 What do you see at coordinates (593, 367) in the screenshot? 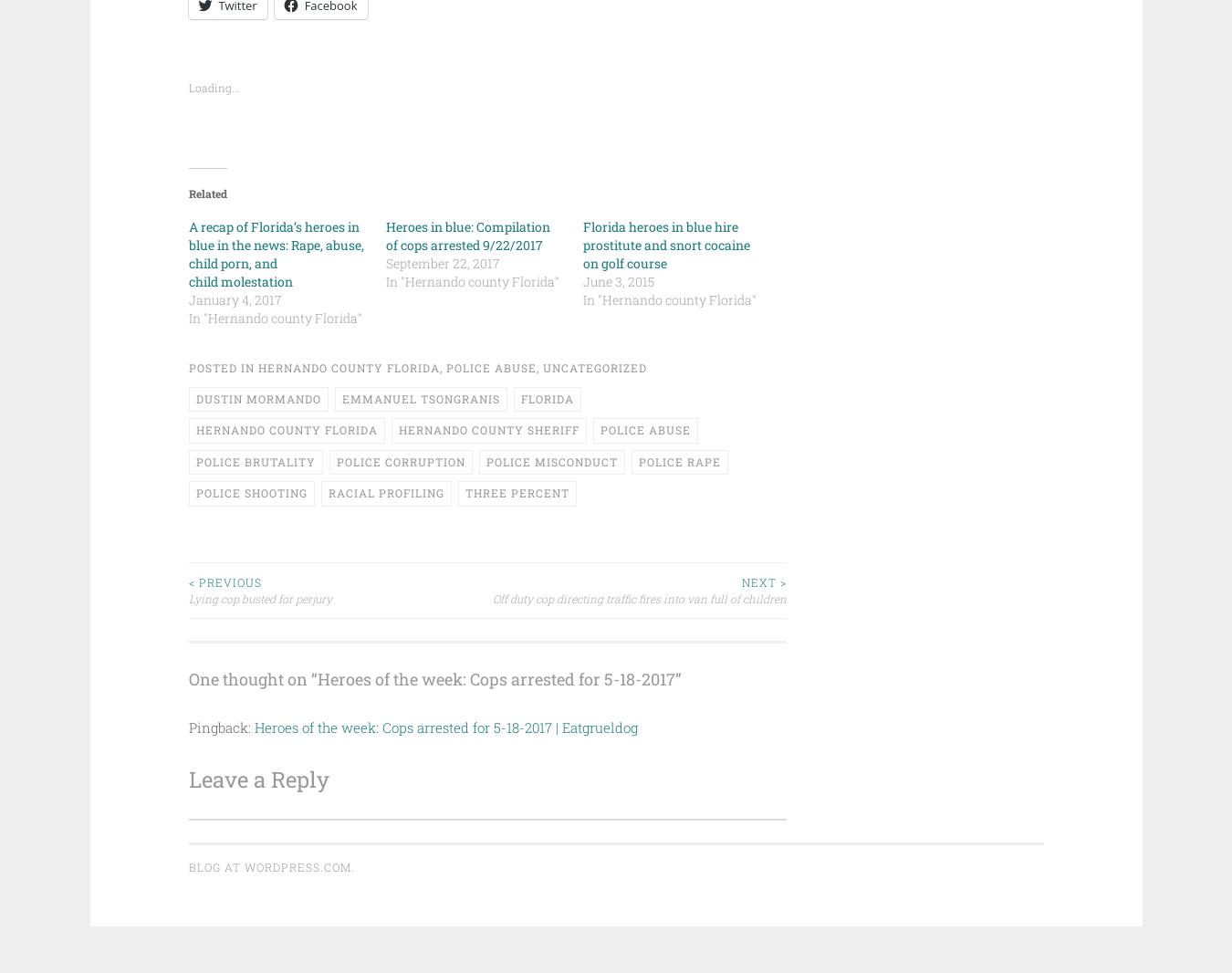
I see `'Uncategorized'` at bounding box center [593, 367].